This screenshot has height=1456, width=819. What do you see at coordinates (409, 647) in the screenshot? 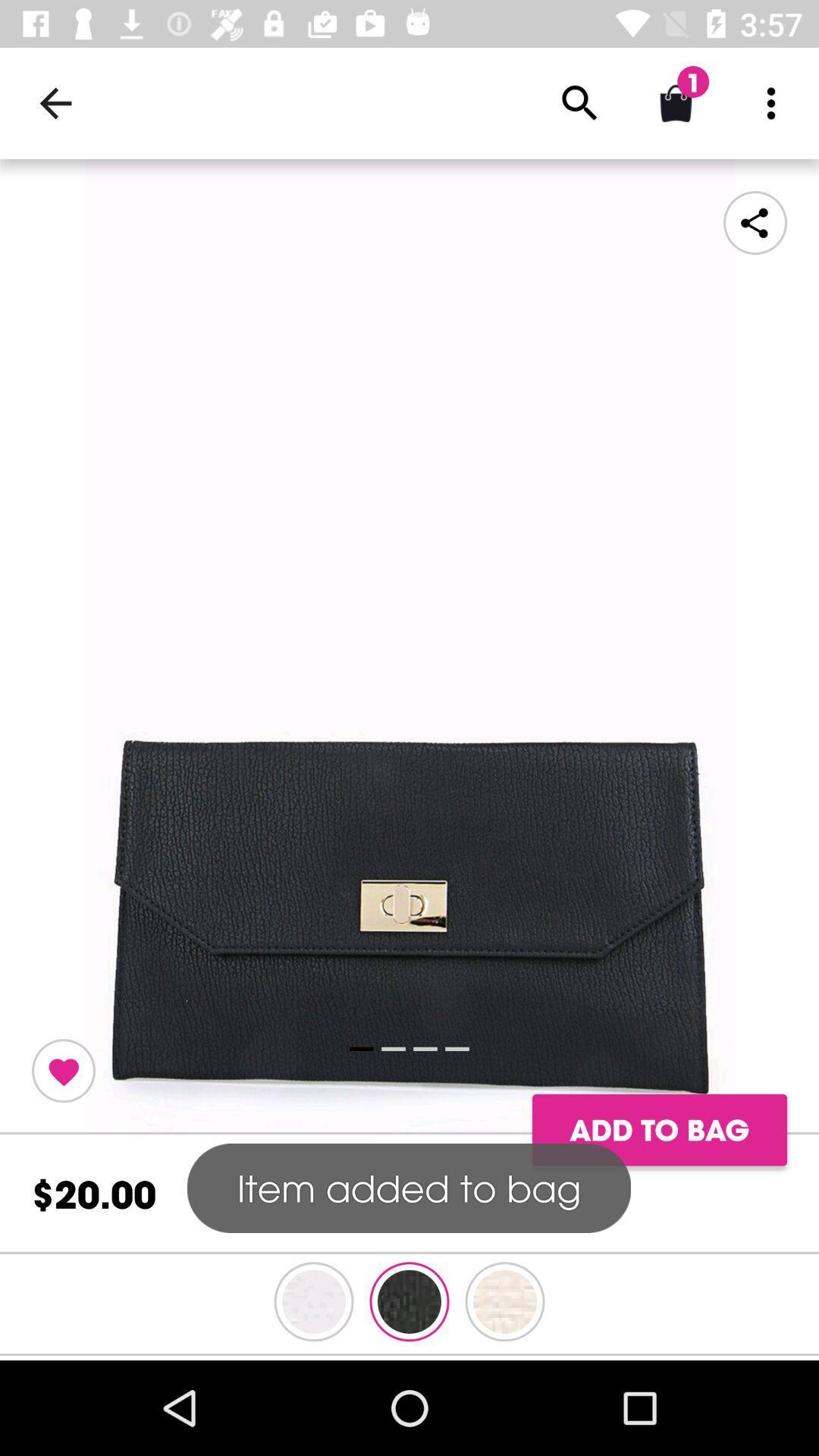
I see `image` at bounding box center [409, 647].